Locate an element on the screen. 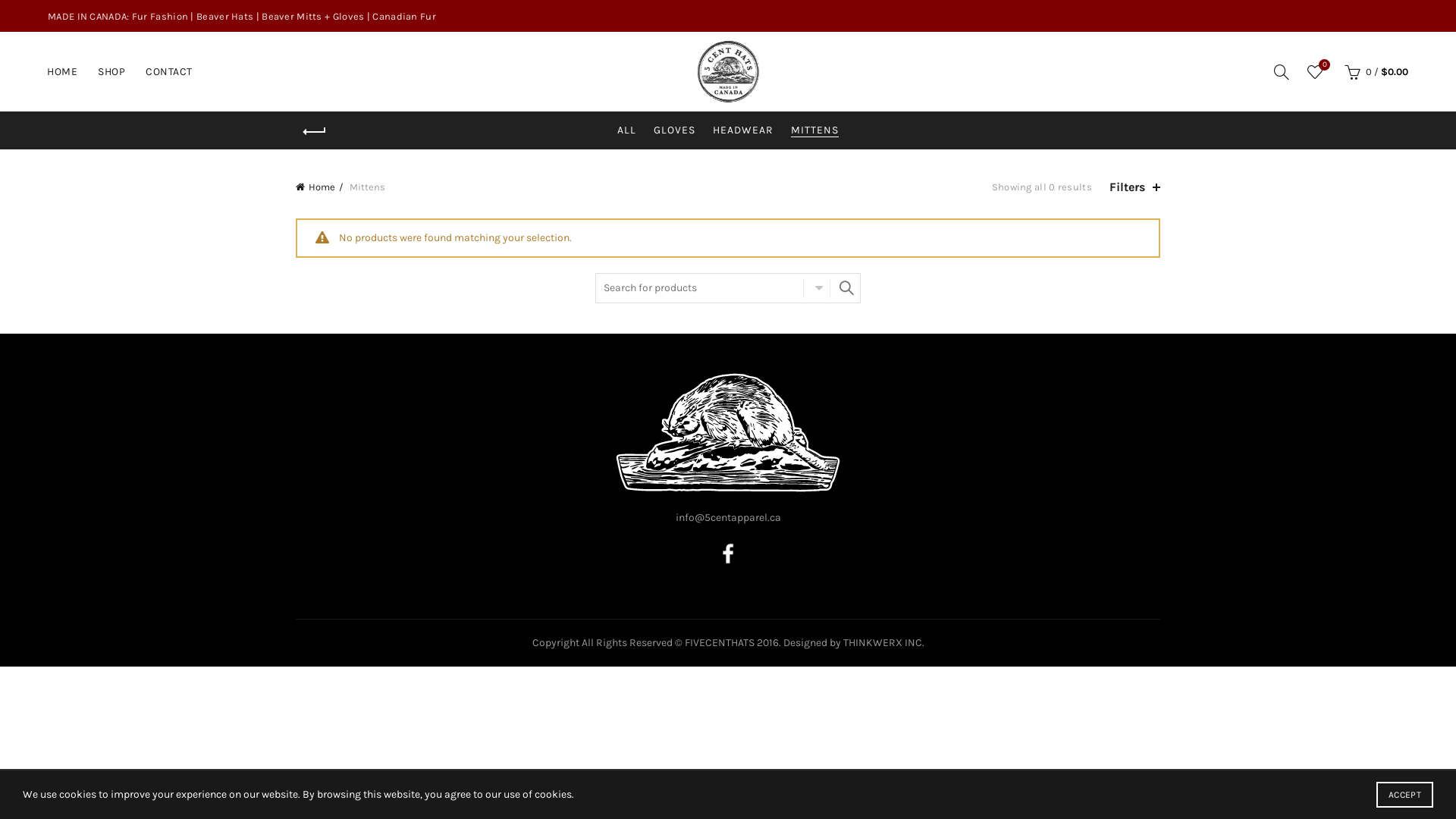 This screenshot has height=819, width=1456. 'GLOVES' is located at coordinates (645, 130).